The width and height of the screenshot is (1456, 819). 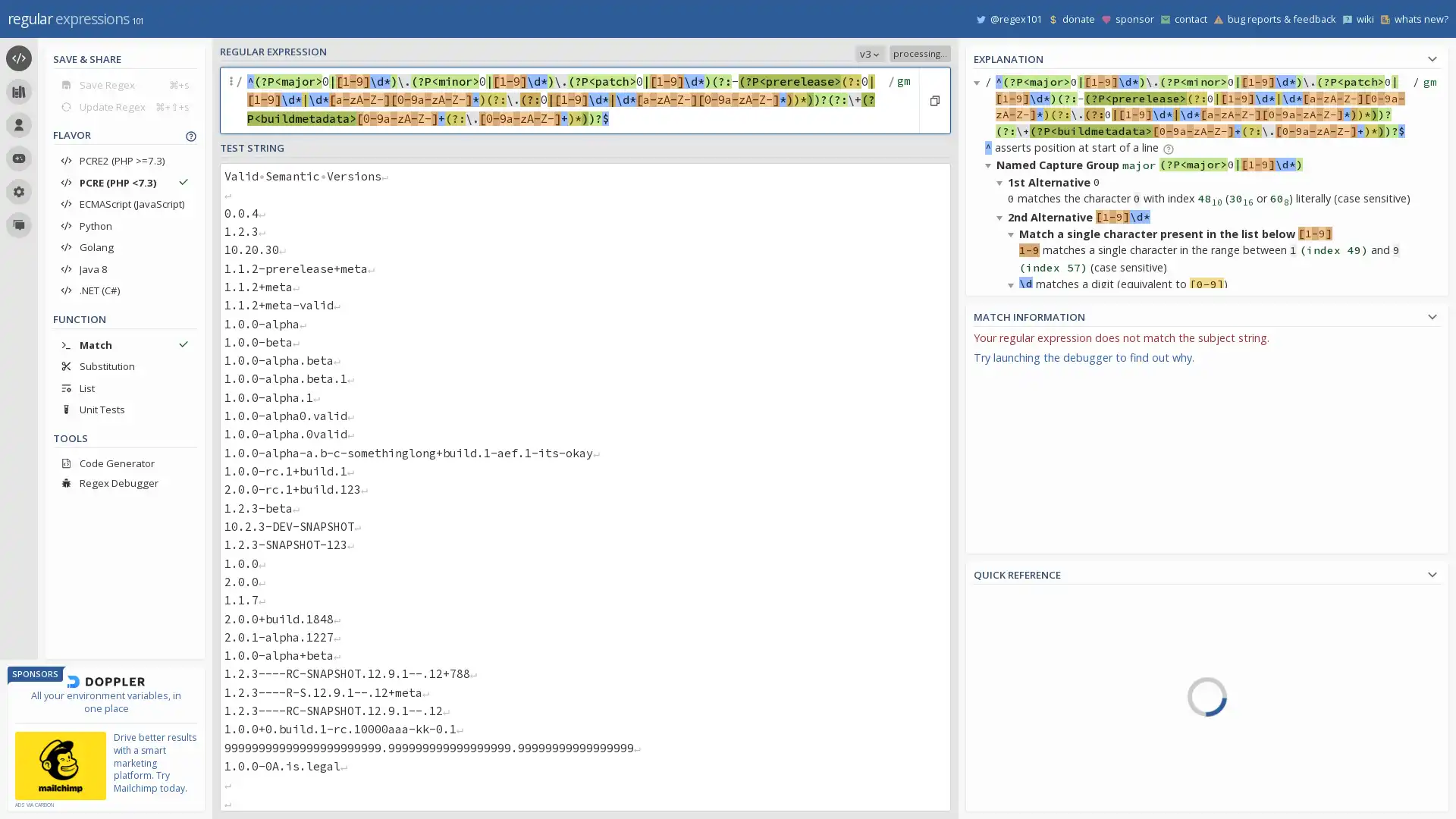 I want to click on ECMAScript (JavaScript), so click(x=124, y=203).